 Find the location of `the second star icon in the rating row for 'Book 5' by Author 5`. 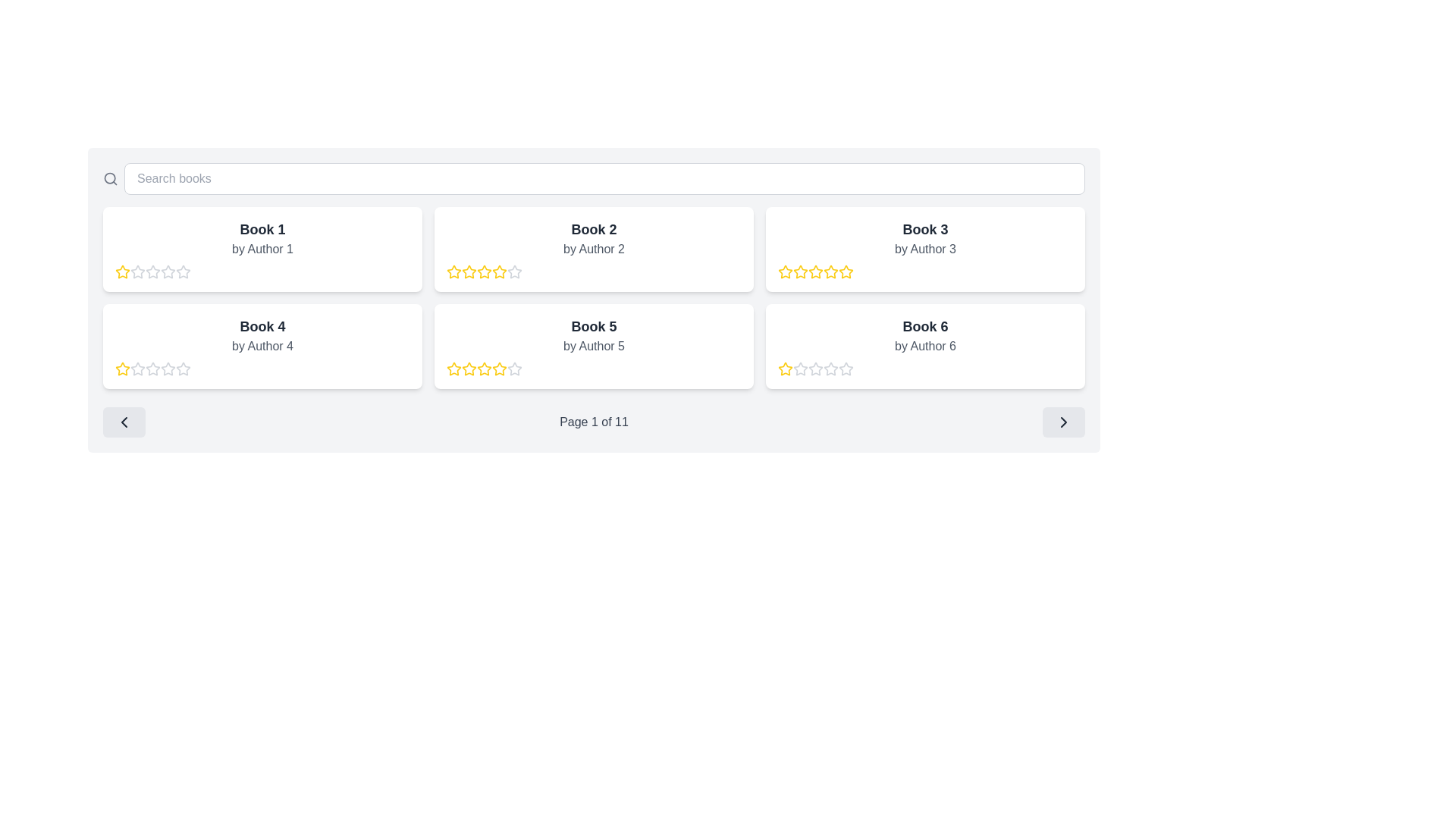

the second star icon in the rating row for 'Book 5' by Author 5 is located at coordinates (453, 369).